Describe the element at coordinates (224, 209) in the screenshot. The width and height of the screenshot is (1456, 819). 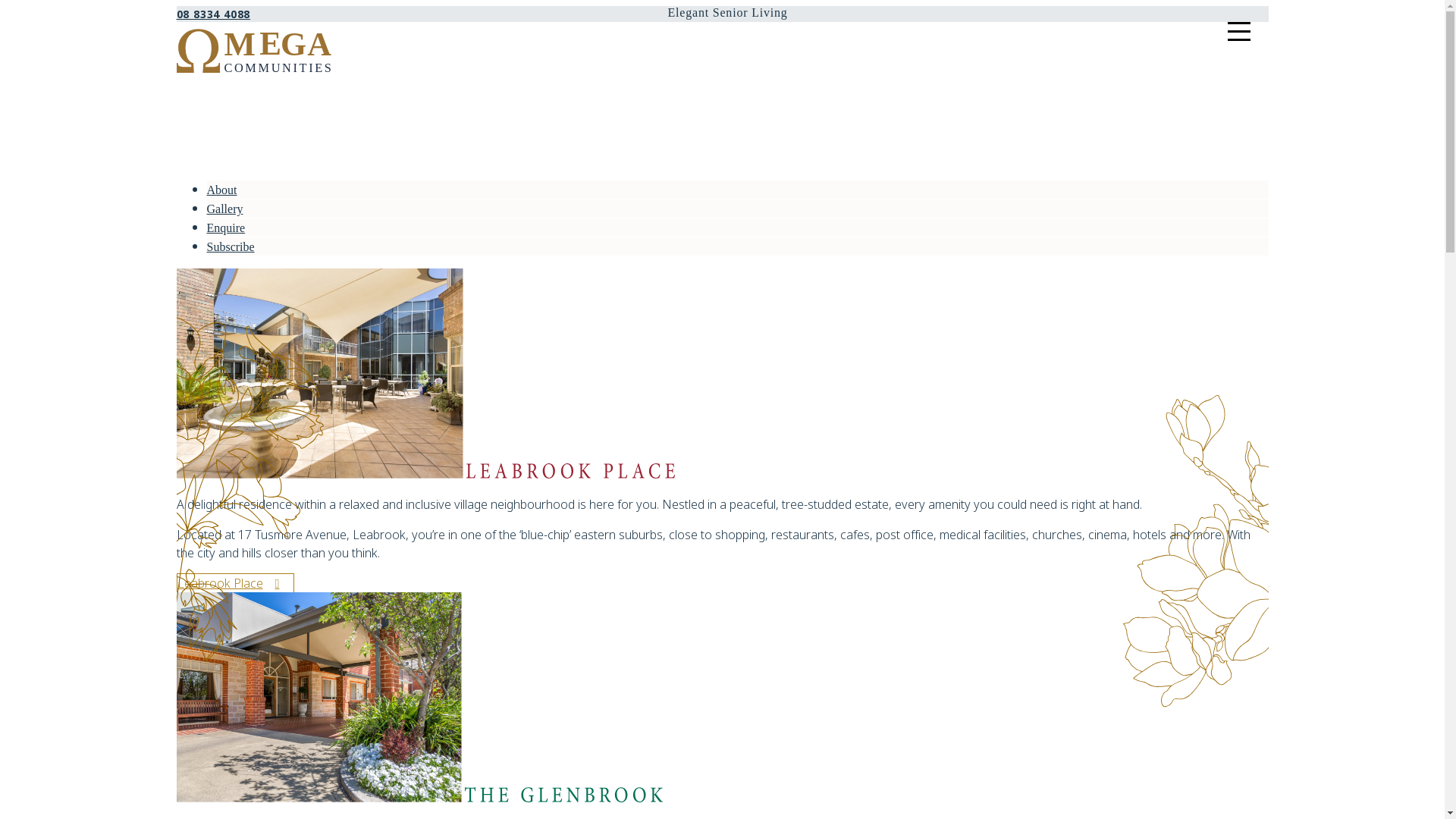
I see `'Gallery'` at that location.